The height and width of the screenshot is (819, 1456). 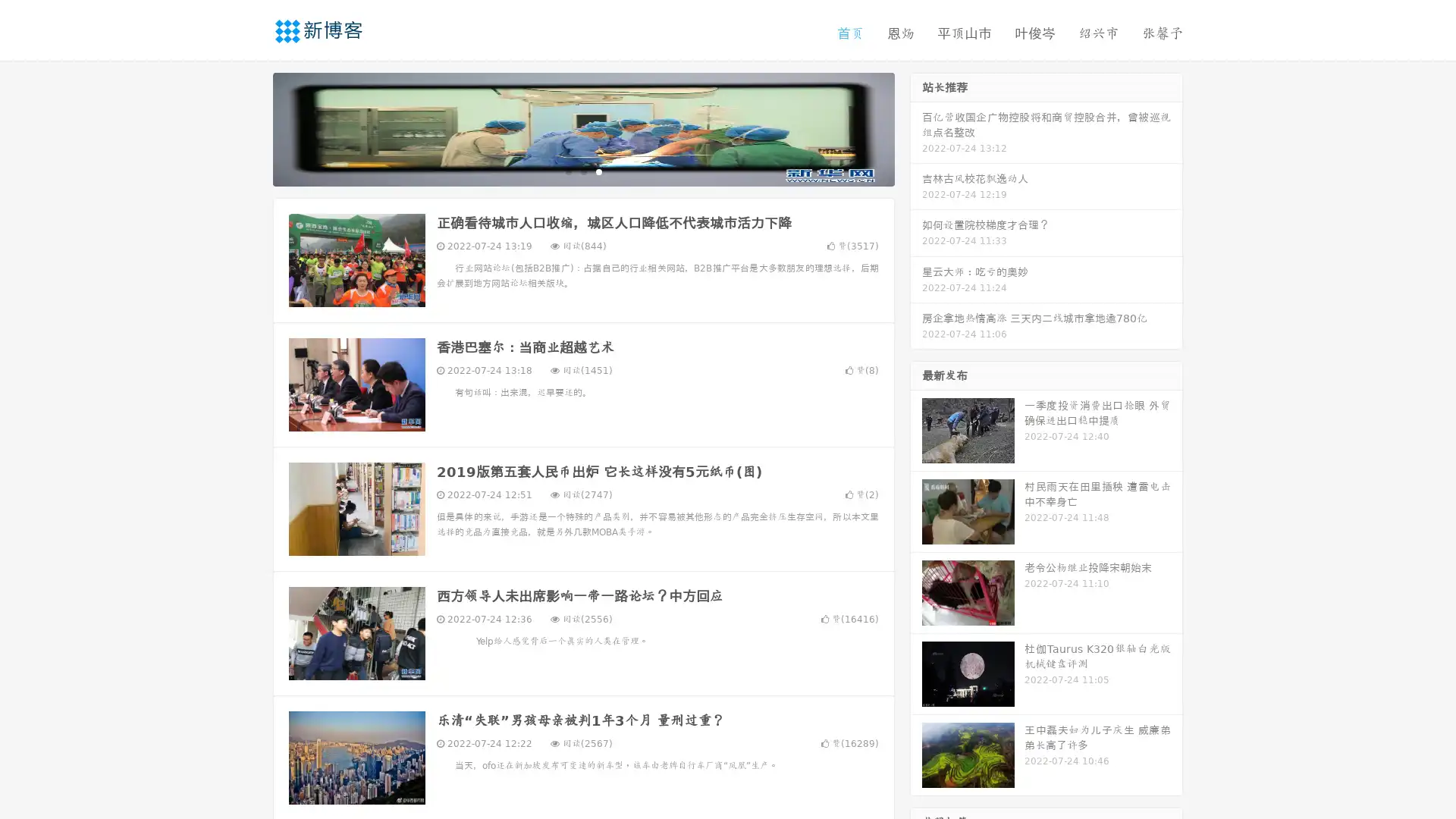 I want to click on Go to slide 1, so click(x=567, y=171).